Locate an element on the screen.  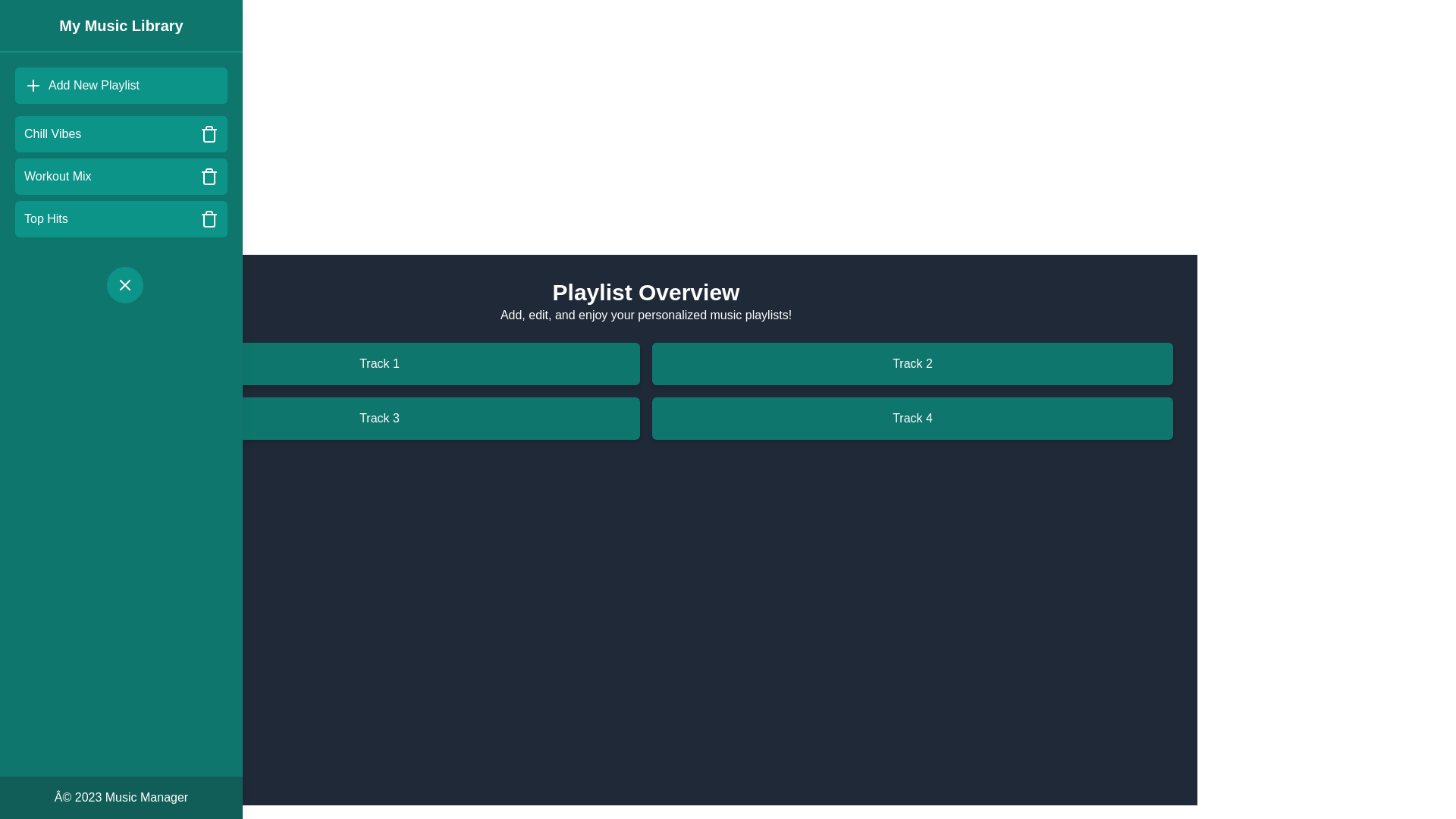
the text heading that serves as the section title for the user's music playlists, which is centered horizontally and located above the subtitle text and track buttons is located at coordinates (645, 292).